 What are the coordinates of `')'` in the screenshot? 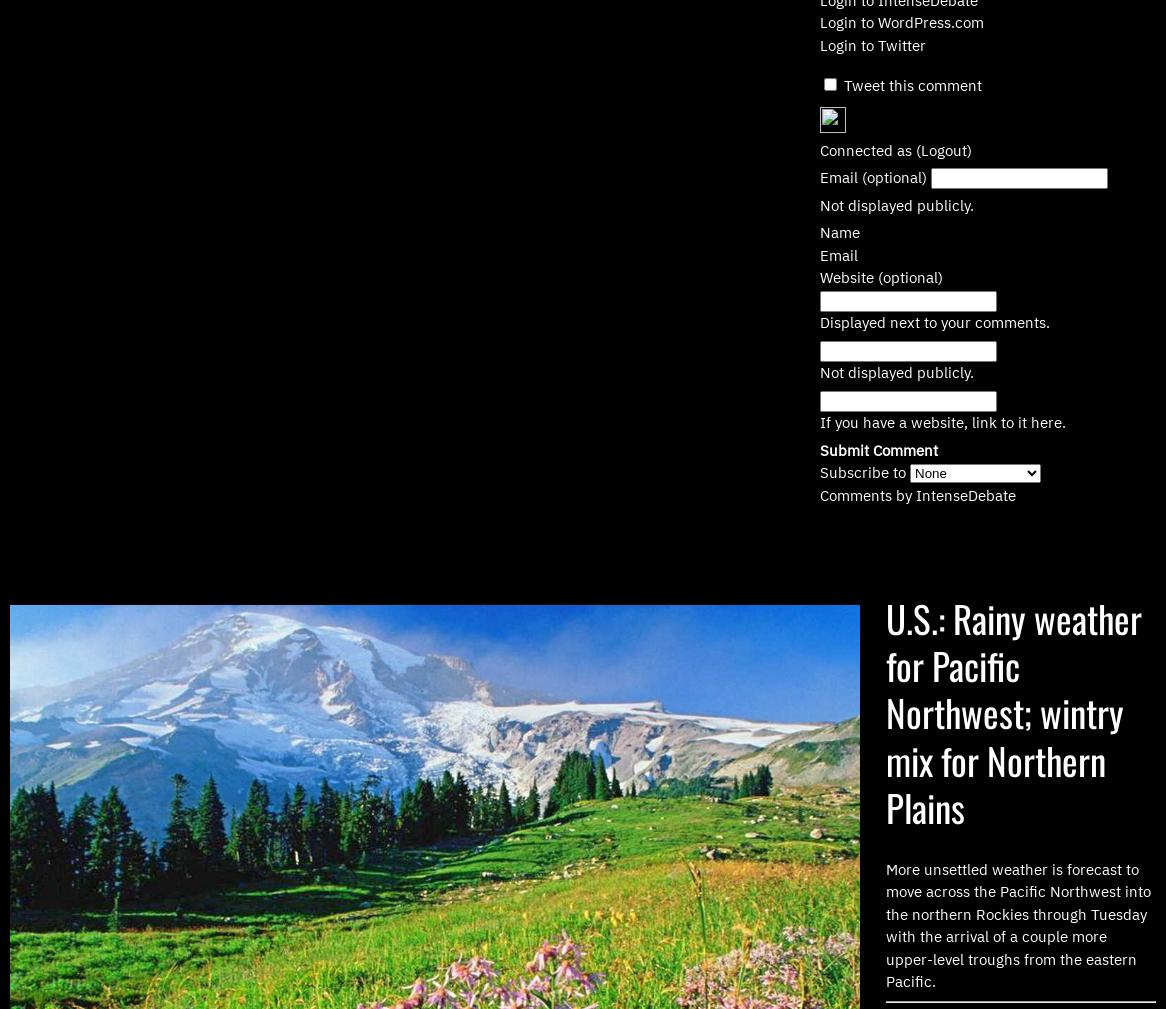 It's located at (969, 148).